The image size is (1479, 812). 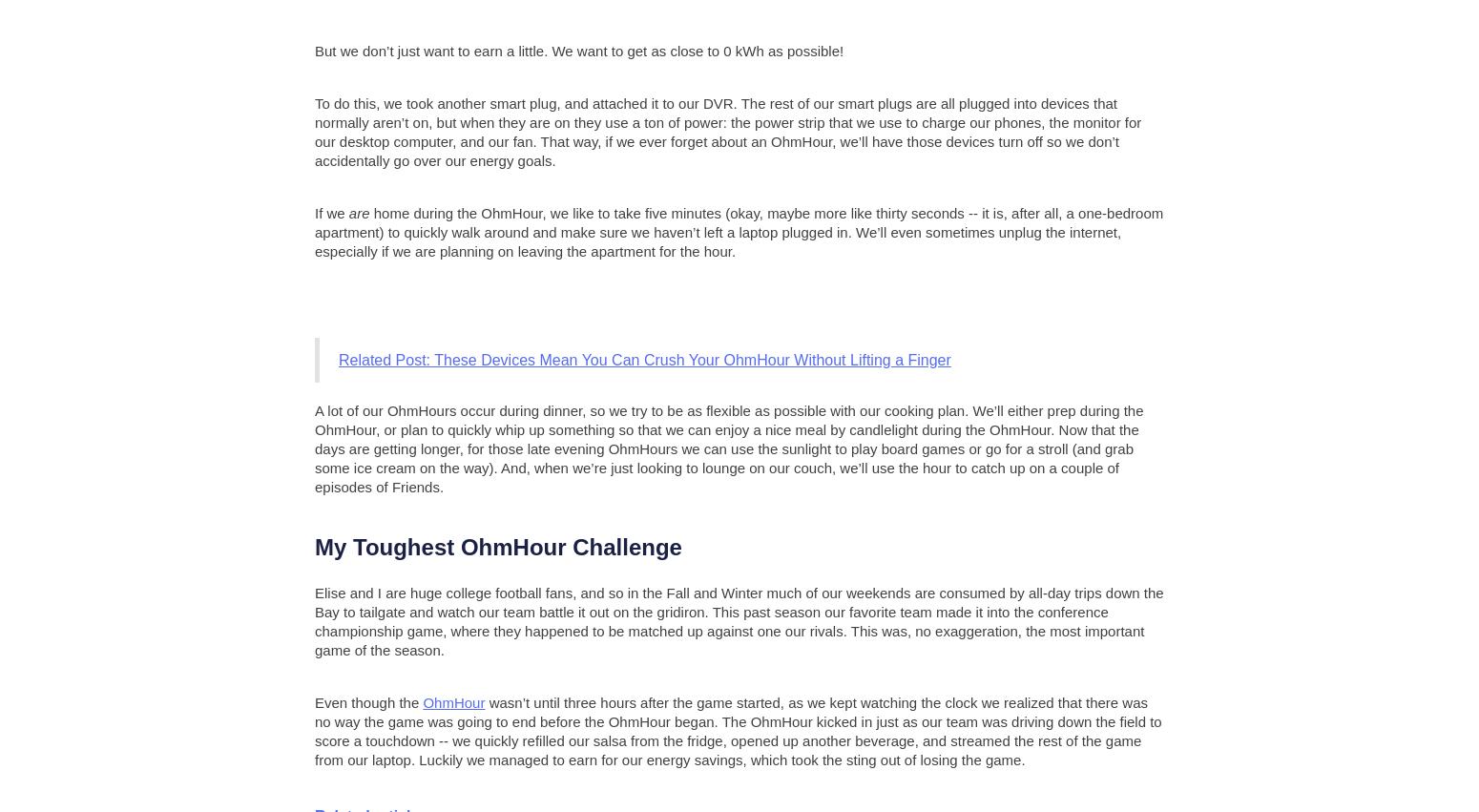 What do you see at coordinates (452, 700) in the screenshot?
I see `'OhmHour'` at bounding box center [452, 700].